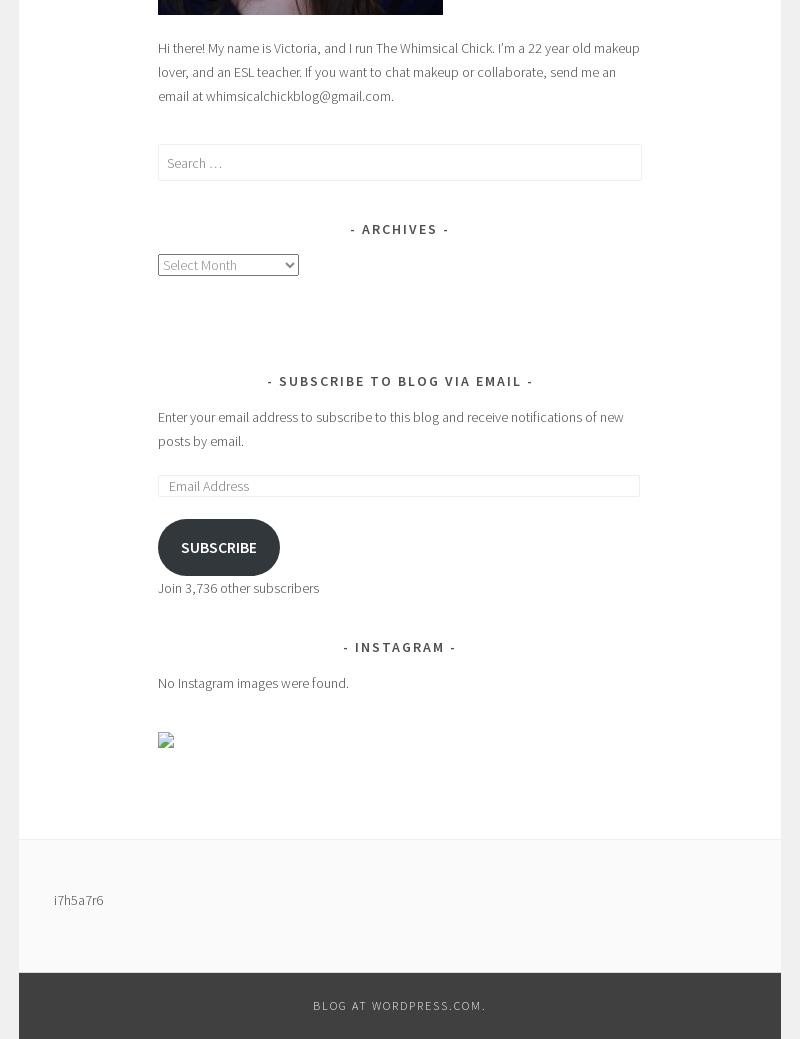 Image resolution: width=800 pixels, height=1039 pixels. Describe the element at coordinates (389, 428) in the screenshot. I see `'Enter your email address to subscribe to this blog and receive notifications of new posts by email.'` at that location.